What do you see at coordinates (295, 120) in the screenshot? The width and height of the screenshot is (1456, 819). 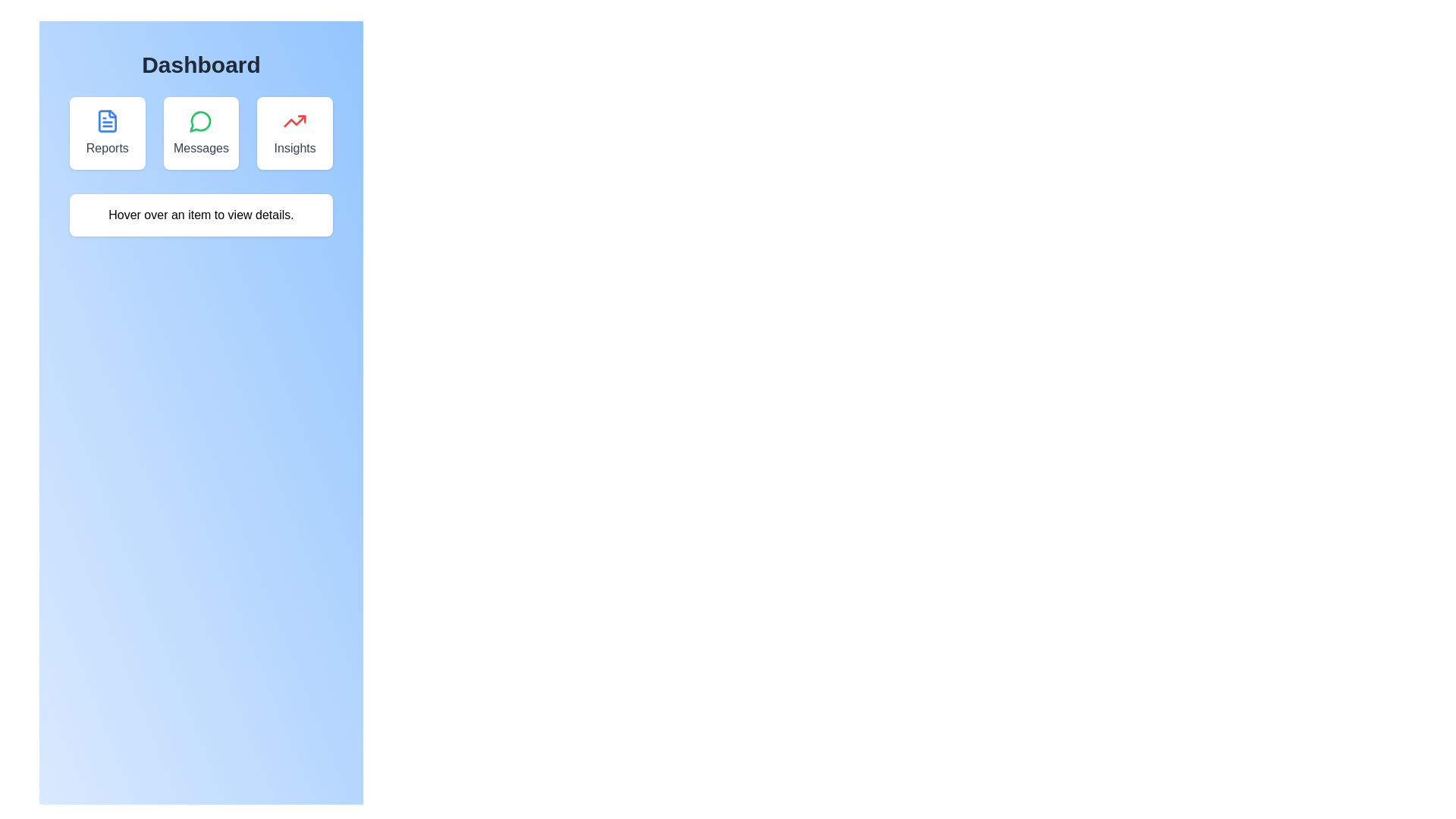 I see `the 'Insights' icon graphic that represents data trends or analytics, located as the third icon in the row of three icons at the top of the sidebar` at bounding box center [295, 120].